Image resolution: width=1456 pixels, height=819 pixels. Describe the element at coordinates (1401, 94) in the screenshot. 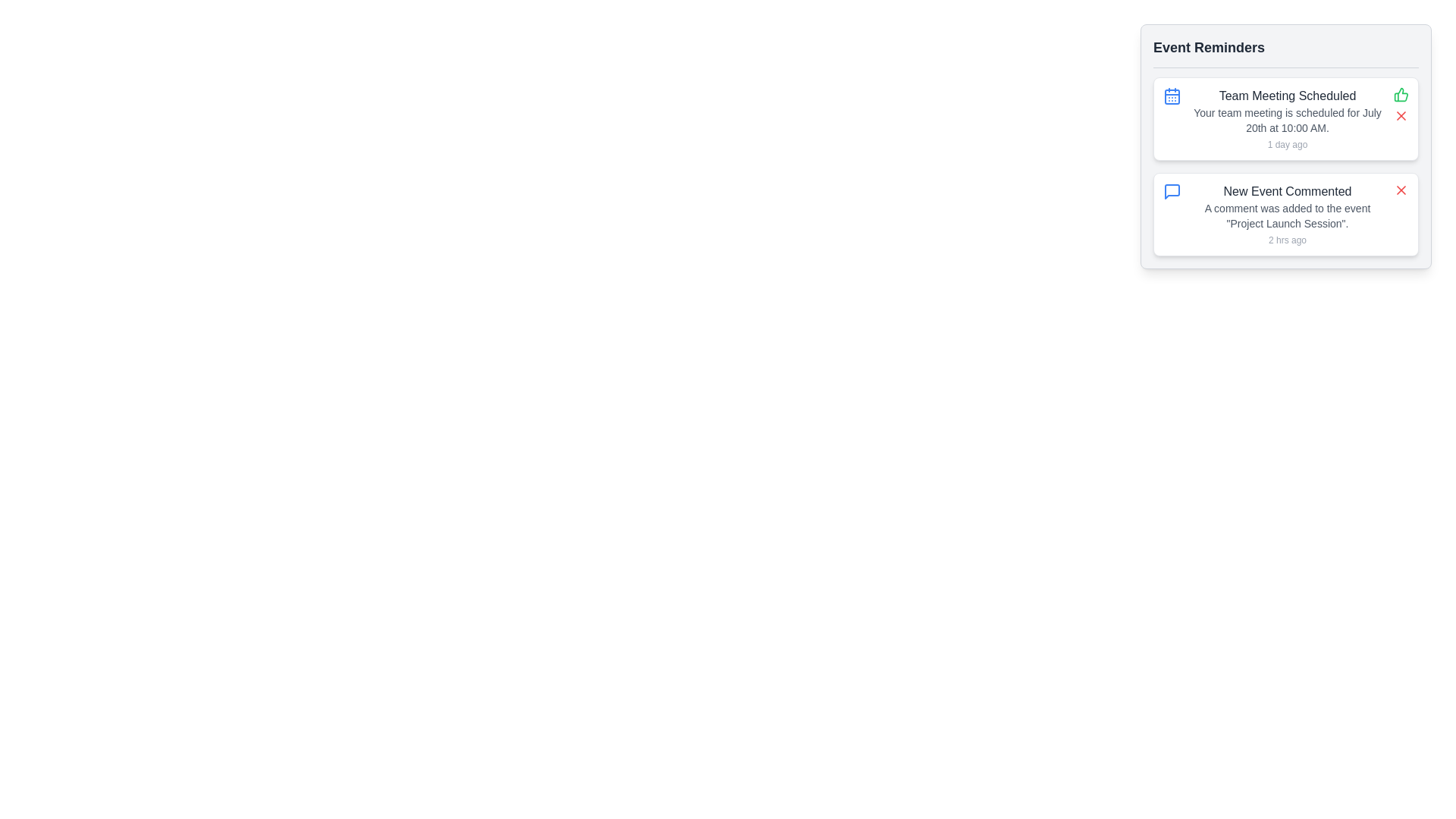

I see `the visual representation of approval by interacting with the thumbs-up SVG icon located in the 'Event Reminders' section at the top right corner of the page` at that location.